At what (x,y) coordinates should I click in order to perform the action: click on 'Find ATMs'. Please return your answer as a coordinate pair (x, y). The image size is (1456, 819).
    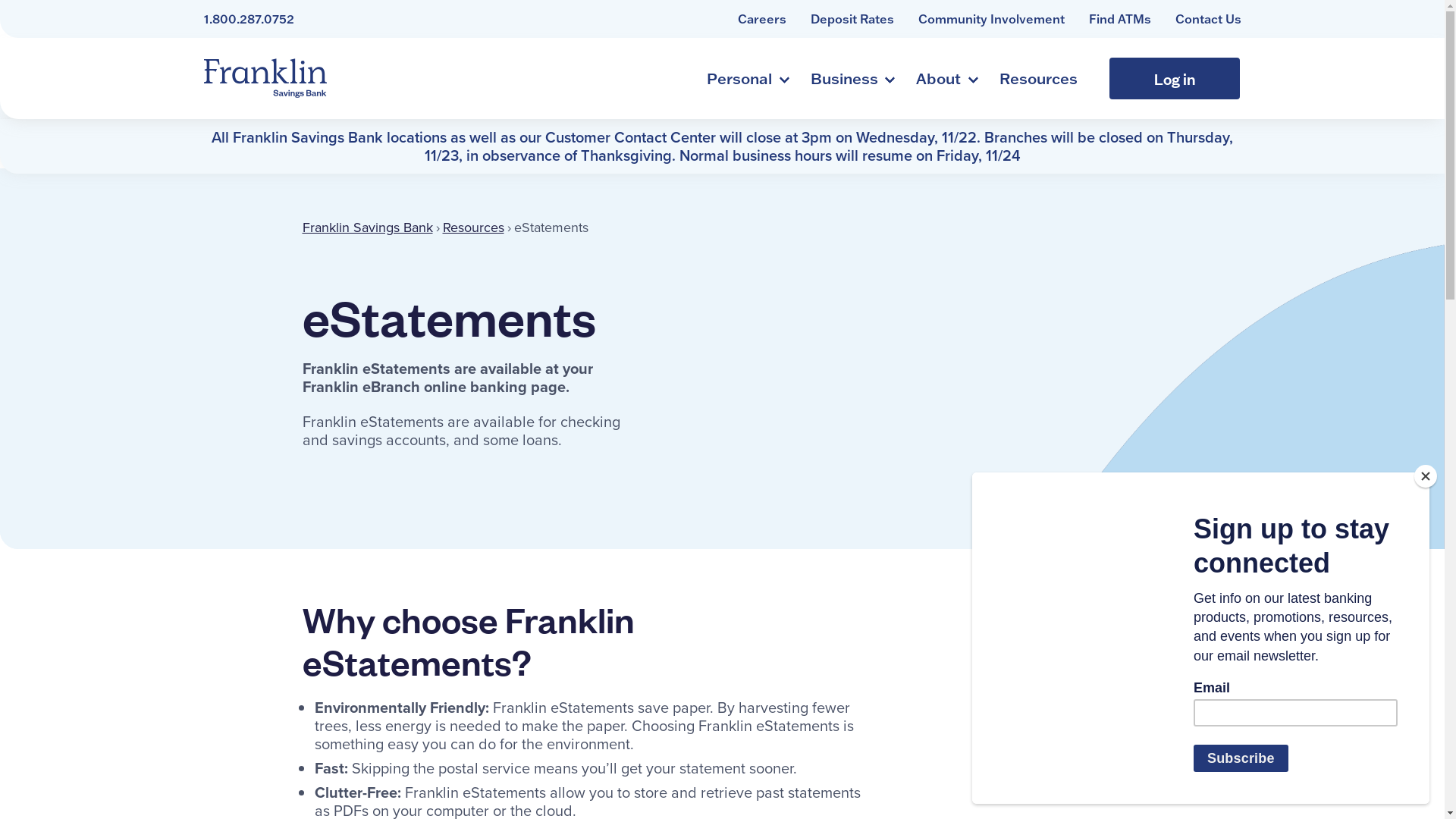
    Looking at the image, I should click on (1076, 18).